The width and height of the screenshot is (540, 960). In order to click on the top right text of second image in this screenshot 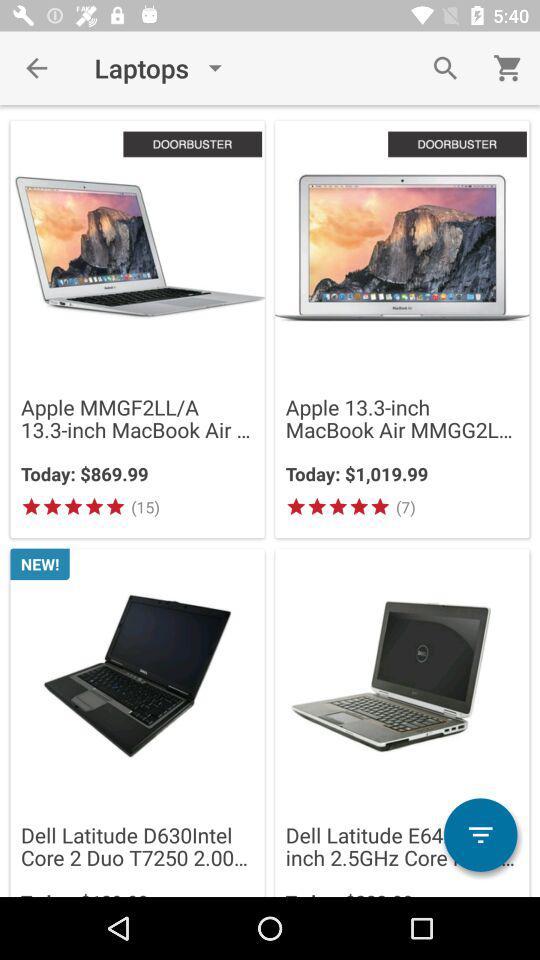, I will do `click(457, 143)`.